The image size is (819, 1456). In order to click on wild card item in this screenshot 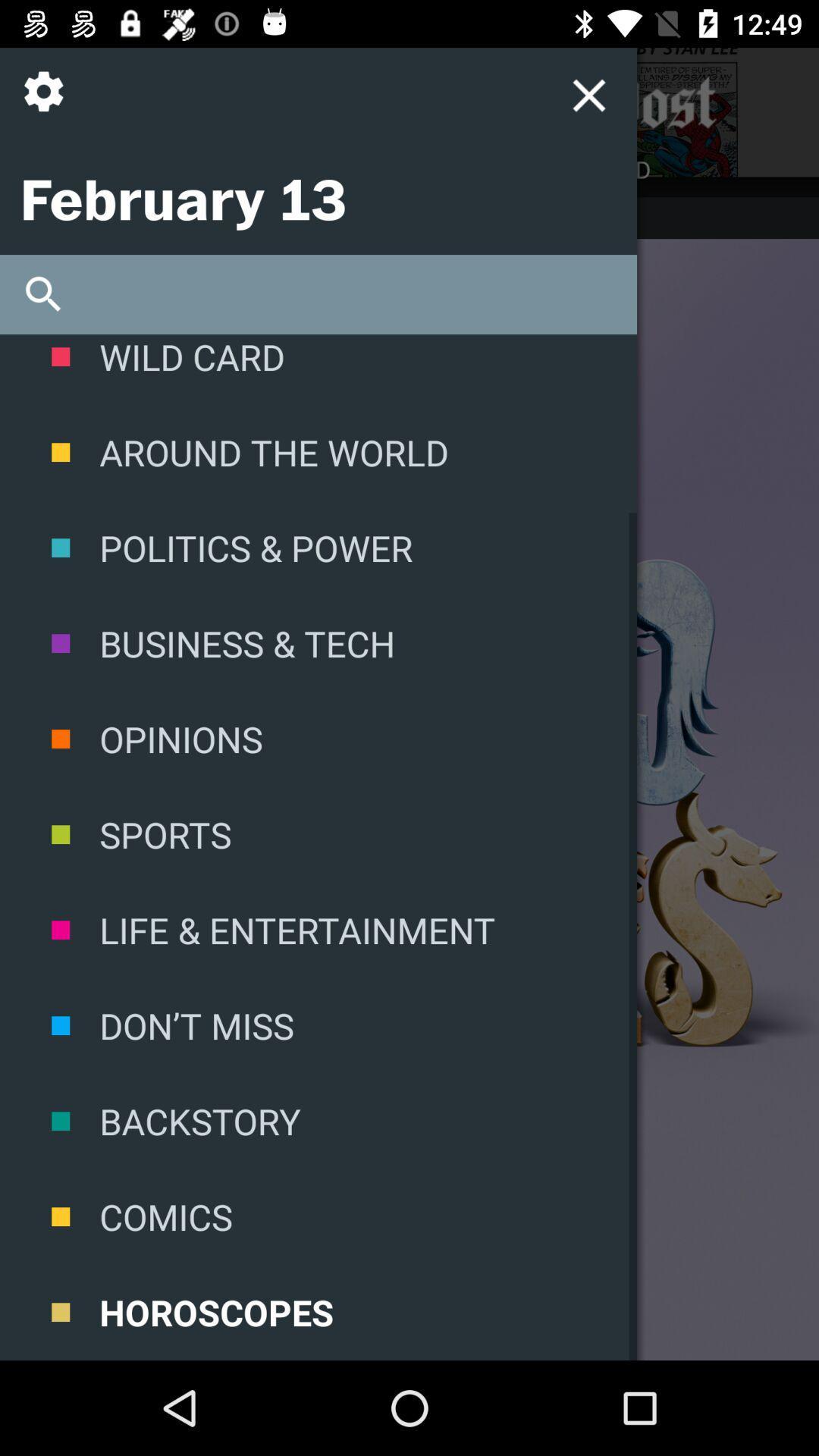, I will do `click(318, 369)`.